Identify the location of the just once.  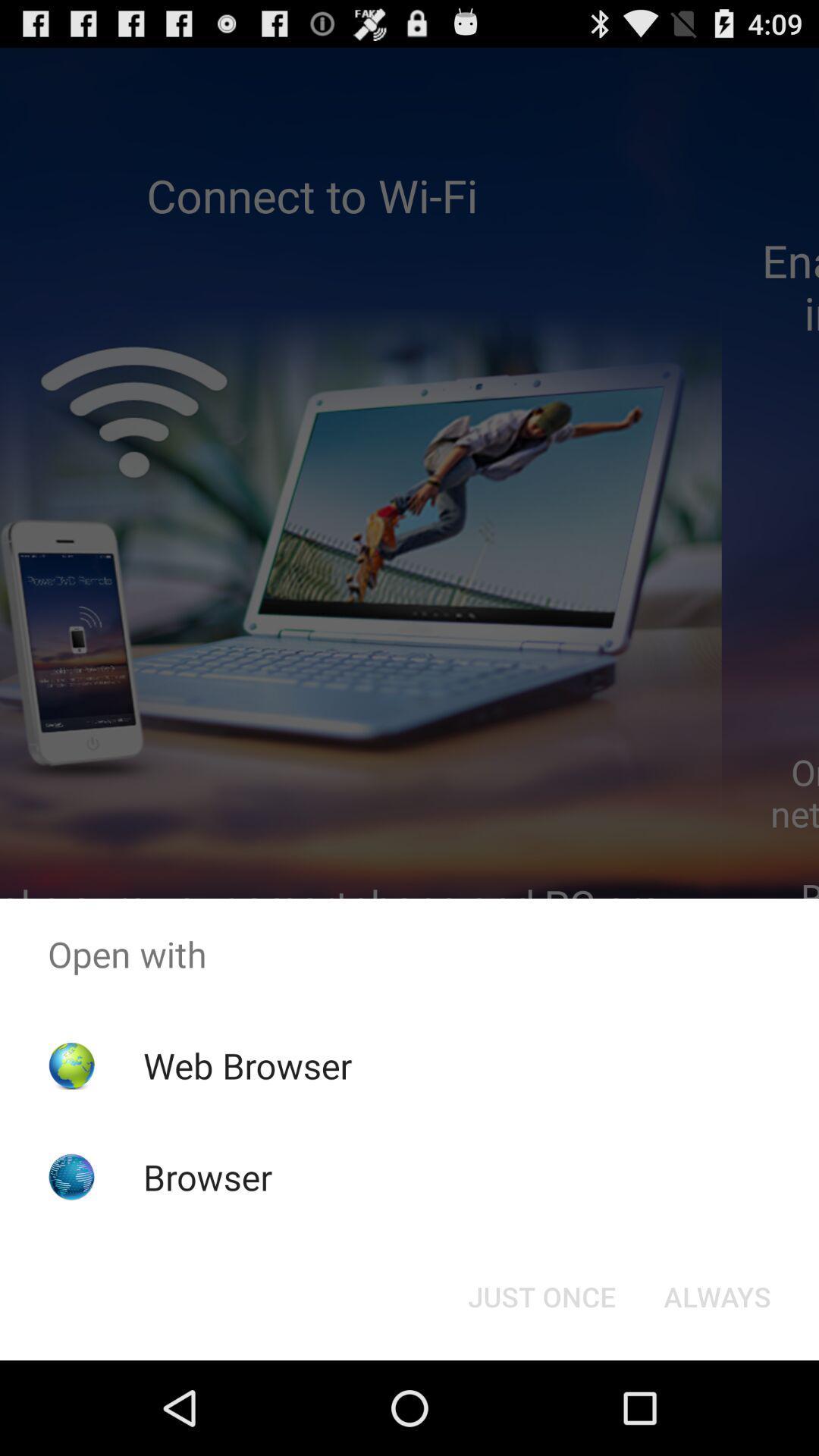
(541, 1295).